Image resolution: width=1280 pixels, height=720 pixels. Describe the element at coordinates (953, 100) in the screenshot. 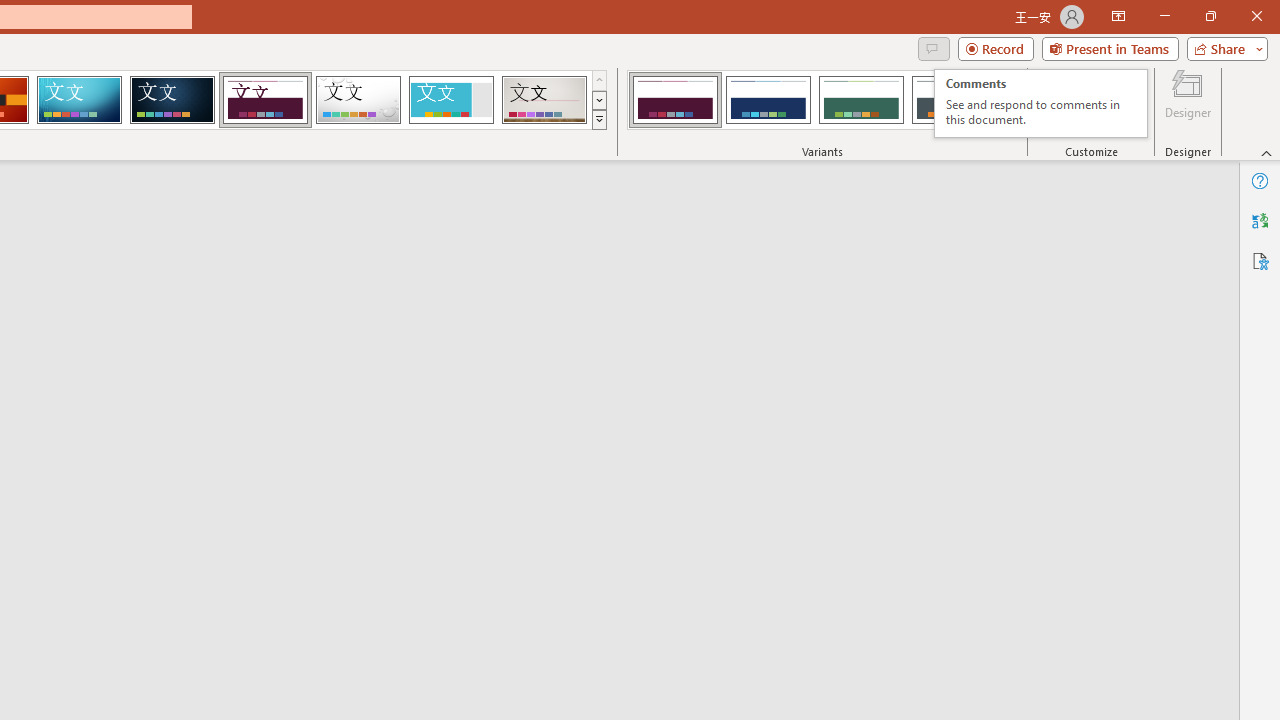

I see `'Dividend Variant 4'` at that location.